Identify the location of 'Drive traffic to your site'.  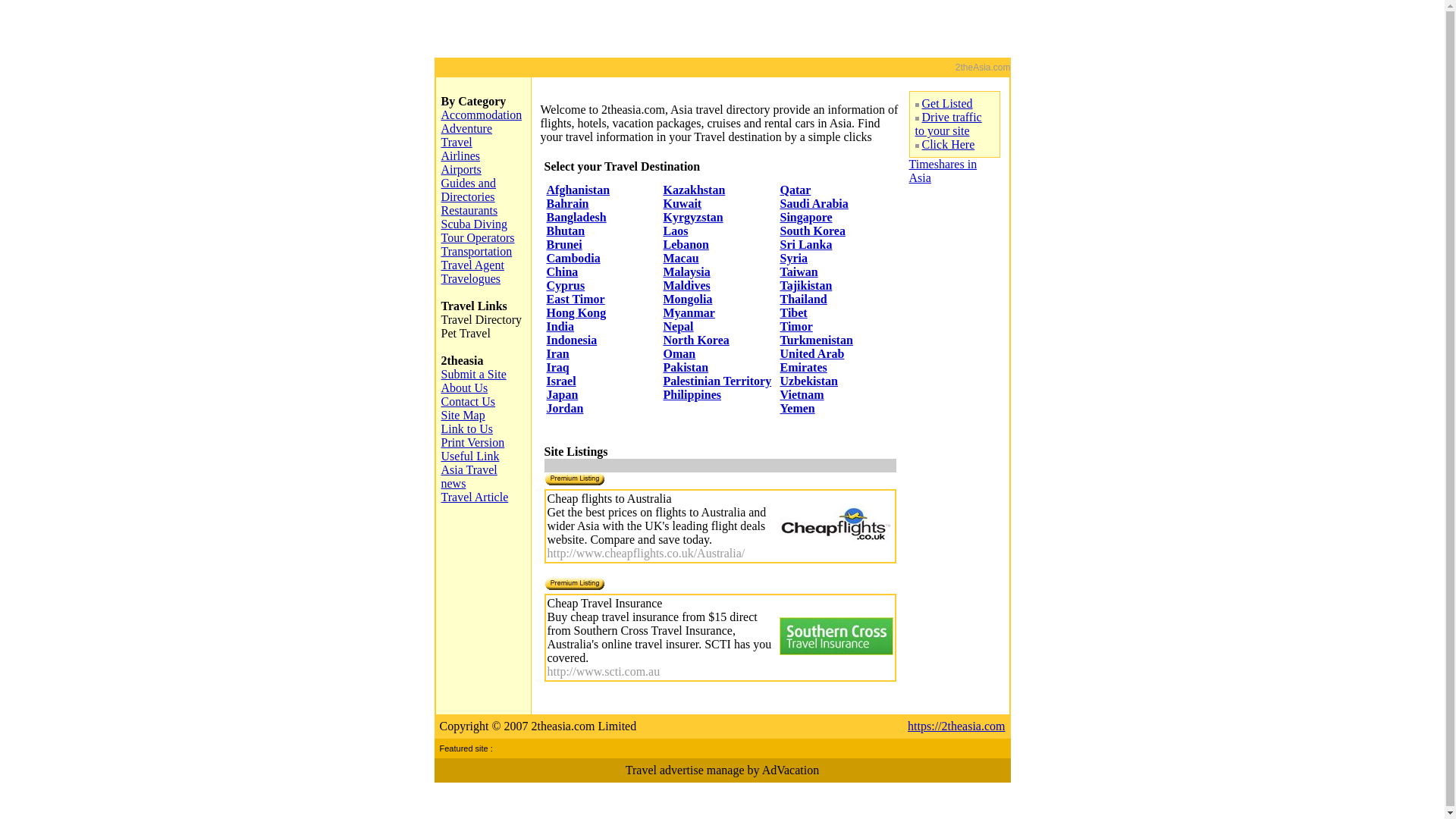
(946, 123).